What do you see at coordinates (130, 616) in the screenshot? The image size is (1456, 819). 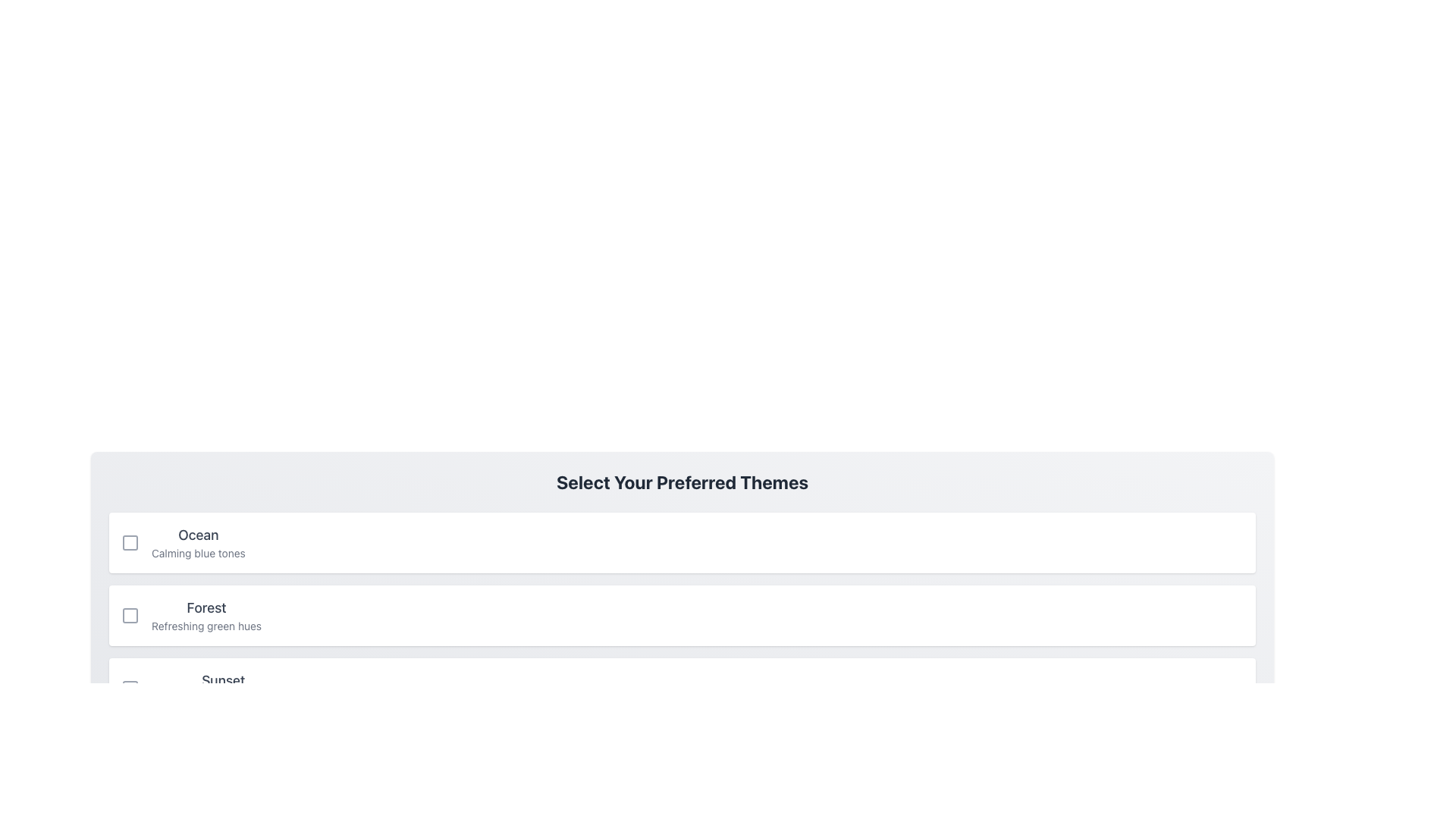 I see `the Square indicator, which is a small rectangular box with rounded corners located slightly to the left of the 'Forest' option's textual label in the second option row of selectable themes` at bounding box center [130, 616].